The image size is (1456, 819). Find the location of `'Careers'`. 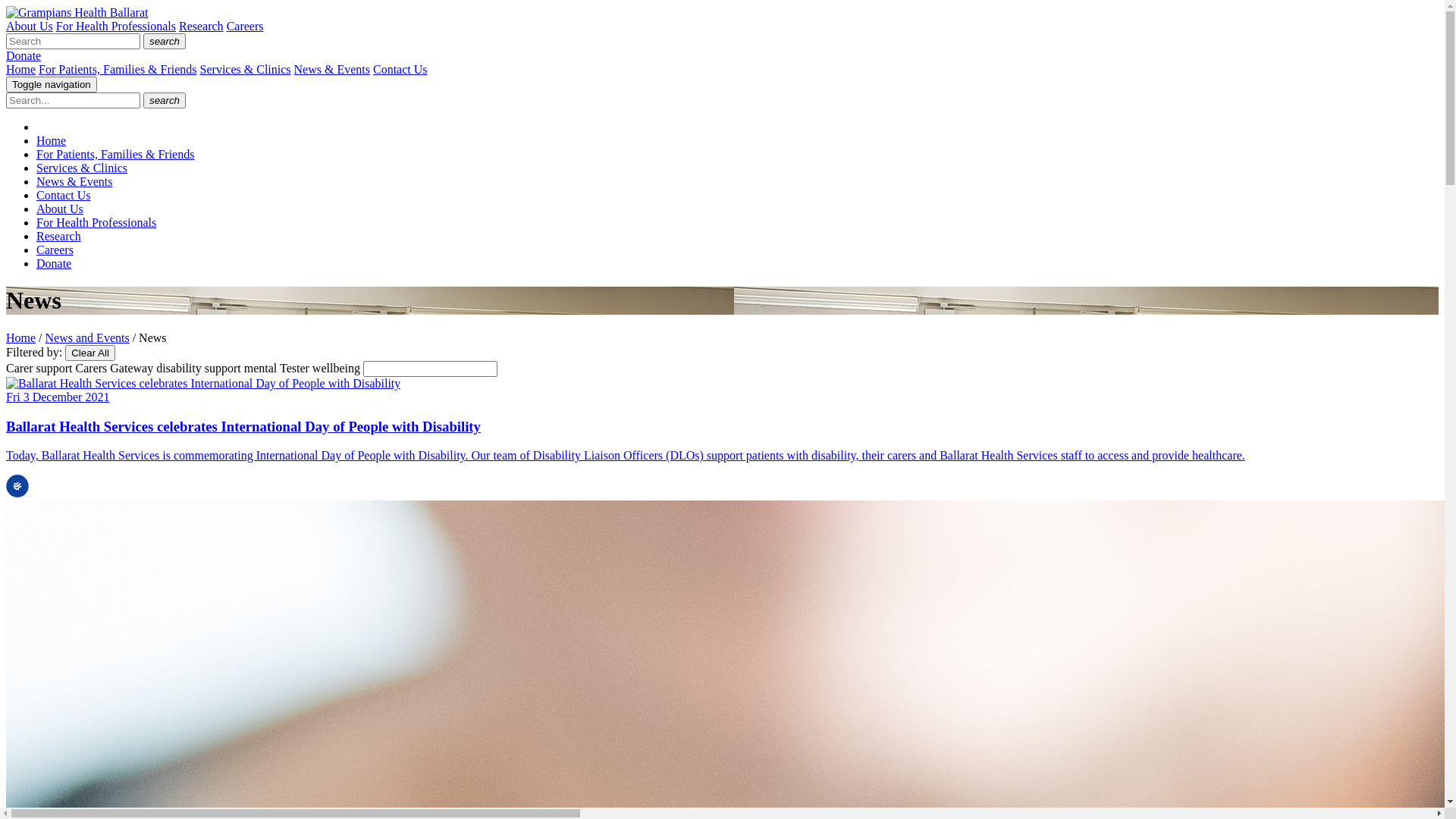

'Careers' is located at coordinates (245, 26).